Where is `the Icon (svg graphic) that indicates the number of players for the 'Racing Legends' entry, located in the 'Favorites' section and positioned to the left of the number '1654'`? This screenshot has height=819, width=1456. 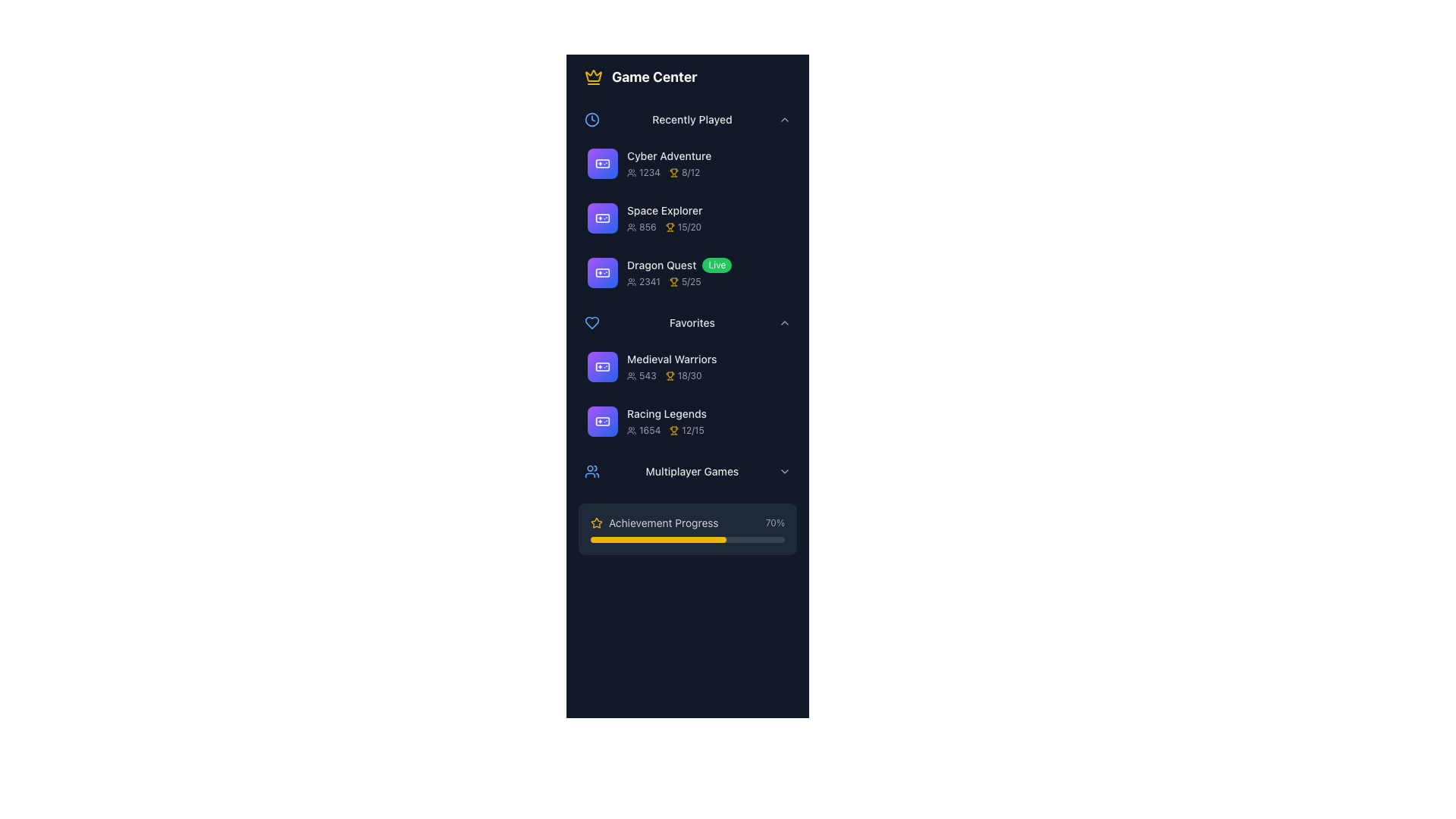
the Icon (svg graphic) that indicates the number of players for the 'Racing Legends' entry, located in the 'Favorites' section and positioned to the left of the number '1654' is located at coordinates (632, 430).